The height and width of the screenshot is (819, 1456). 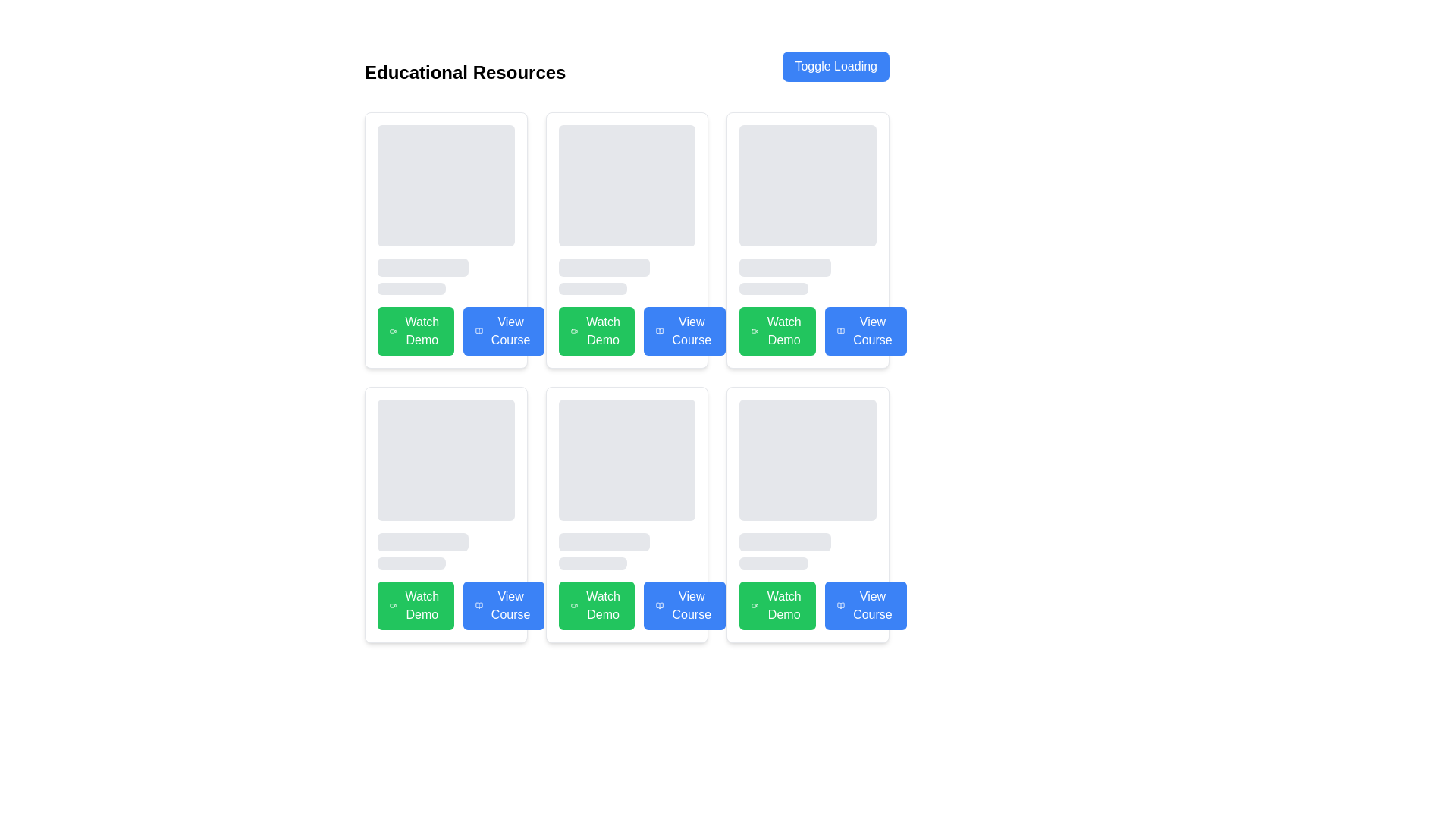 I want to click on the 'View Course' button, which is a rectangular button with rounded corners, a blue background, and white text that reads 'View Course', located to the right of the 'Watch Demo' button in a group of buttons, so click(x=865, y=330).